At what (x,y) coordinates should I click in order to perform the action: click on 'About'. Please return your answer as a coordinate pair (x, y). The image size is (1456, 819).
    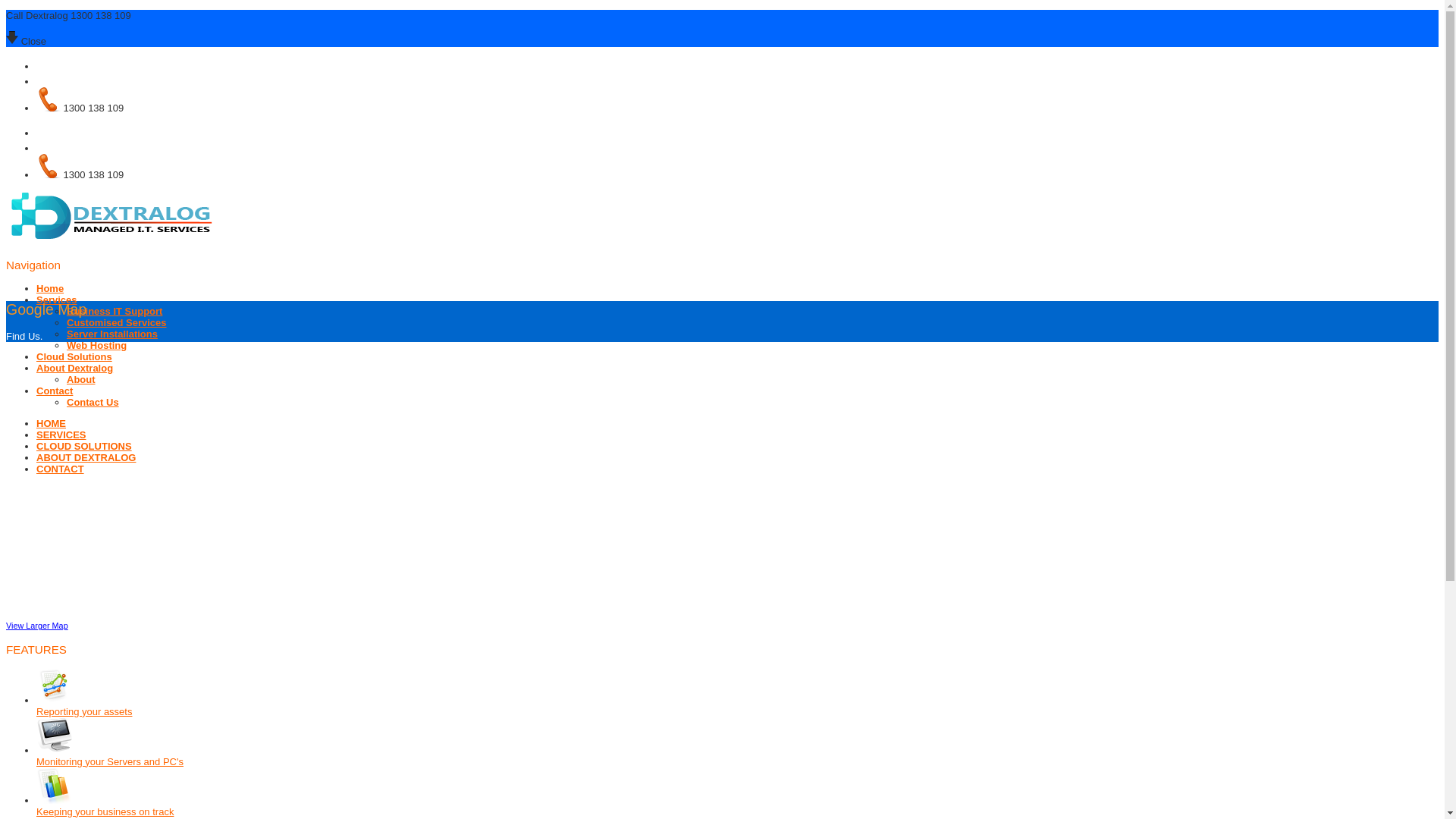
    Looking at the image, I should click on (80, 378).